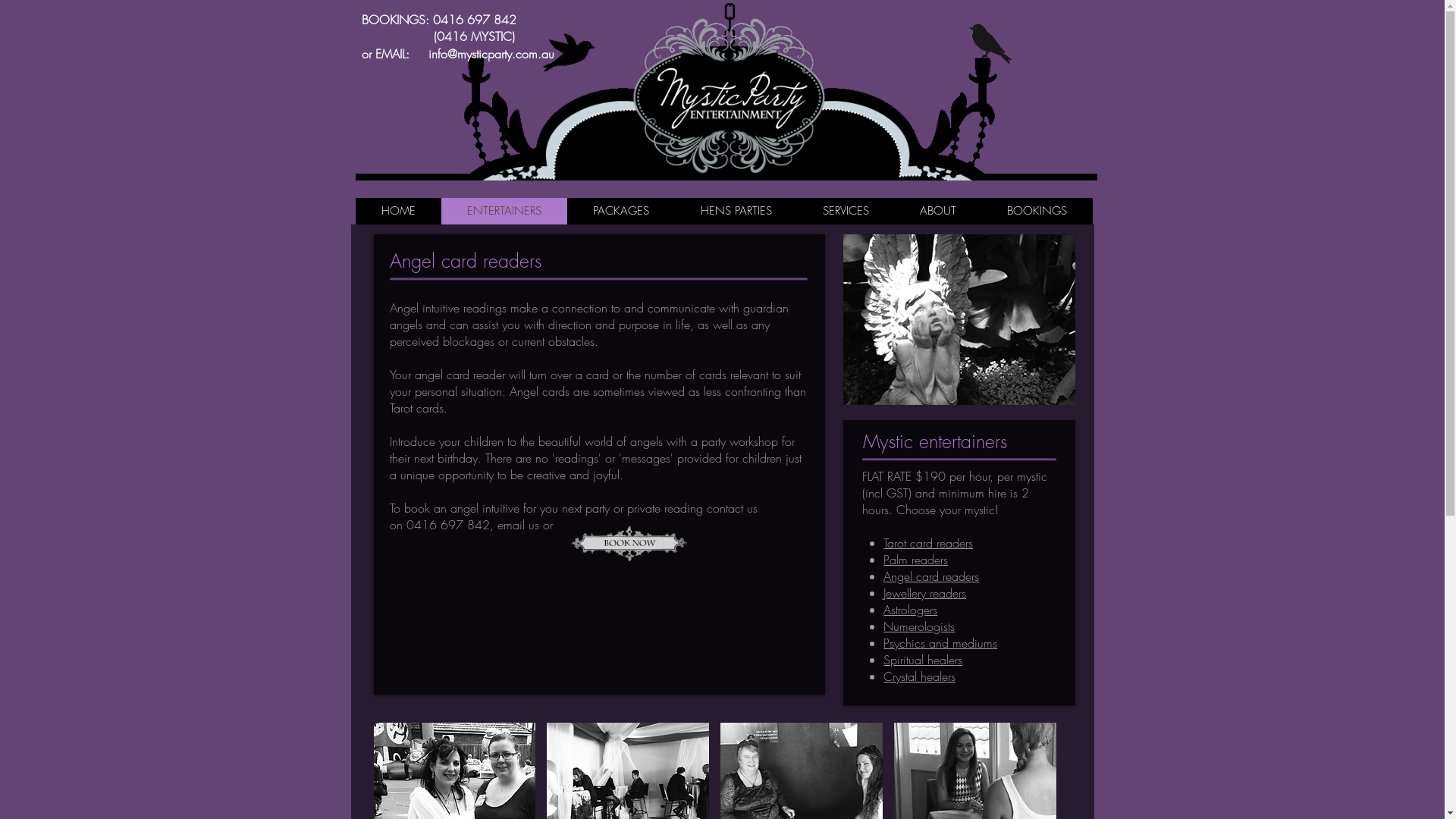  I want to click on 'Spiritual healers', so click(922, 659).